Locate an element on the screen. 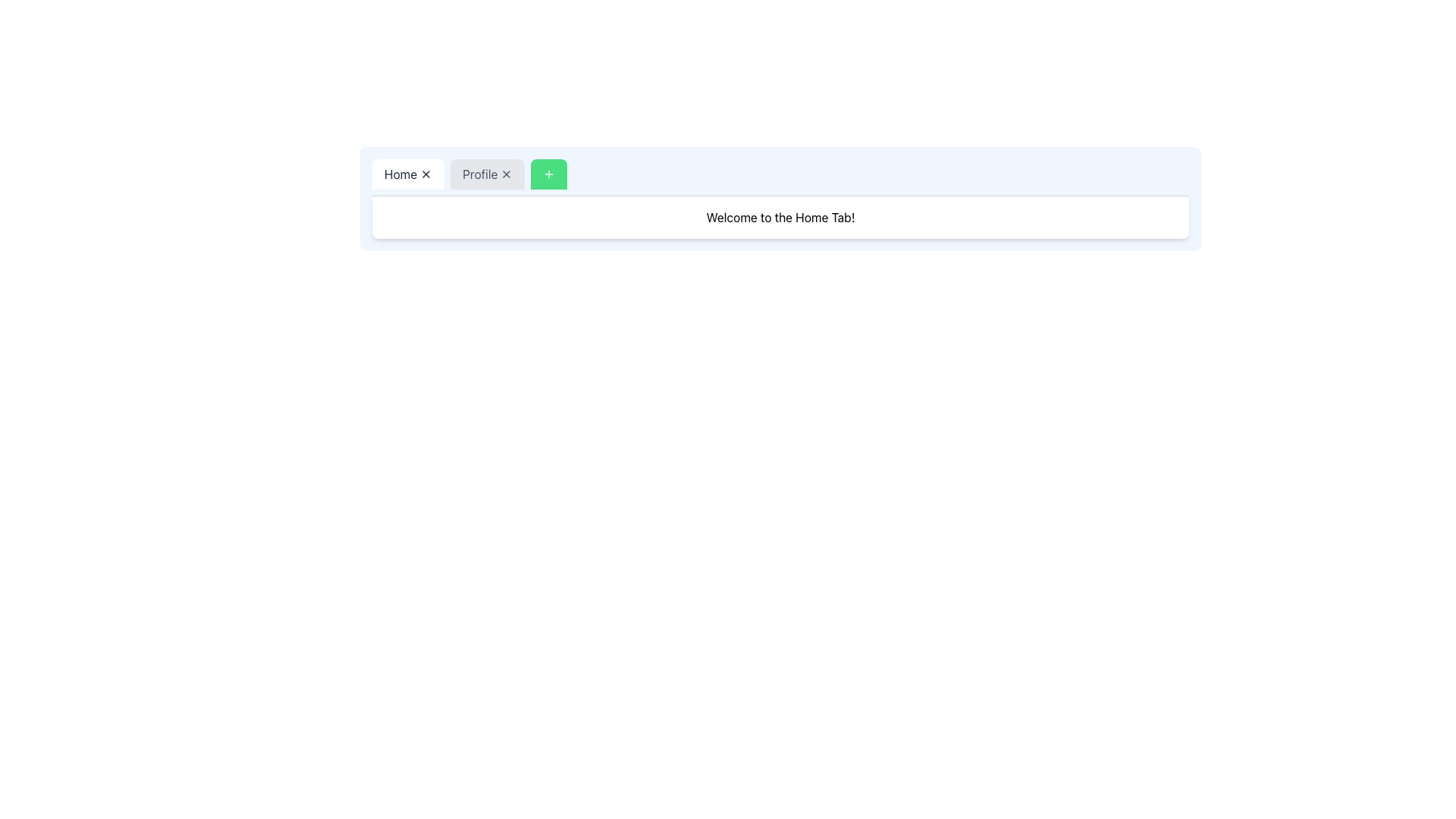  the welcoming header text label located at the center of the white rounded rectangular box below the navigation bar is located at coordinates (780, 217).